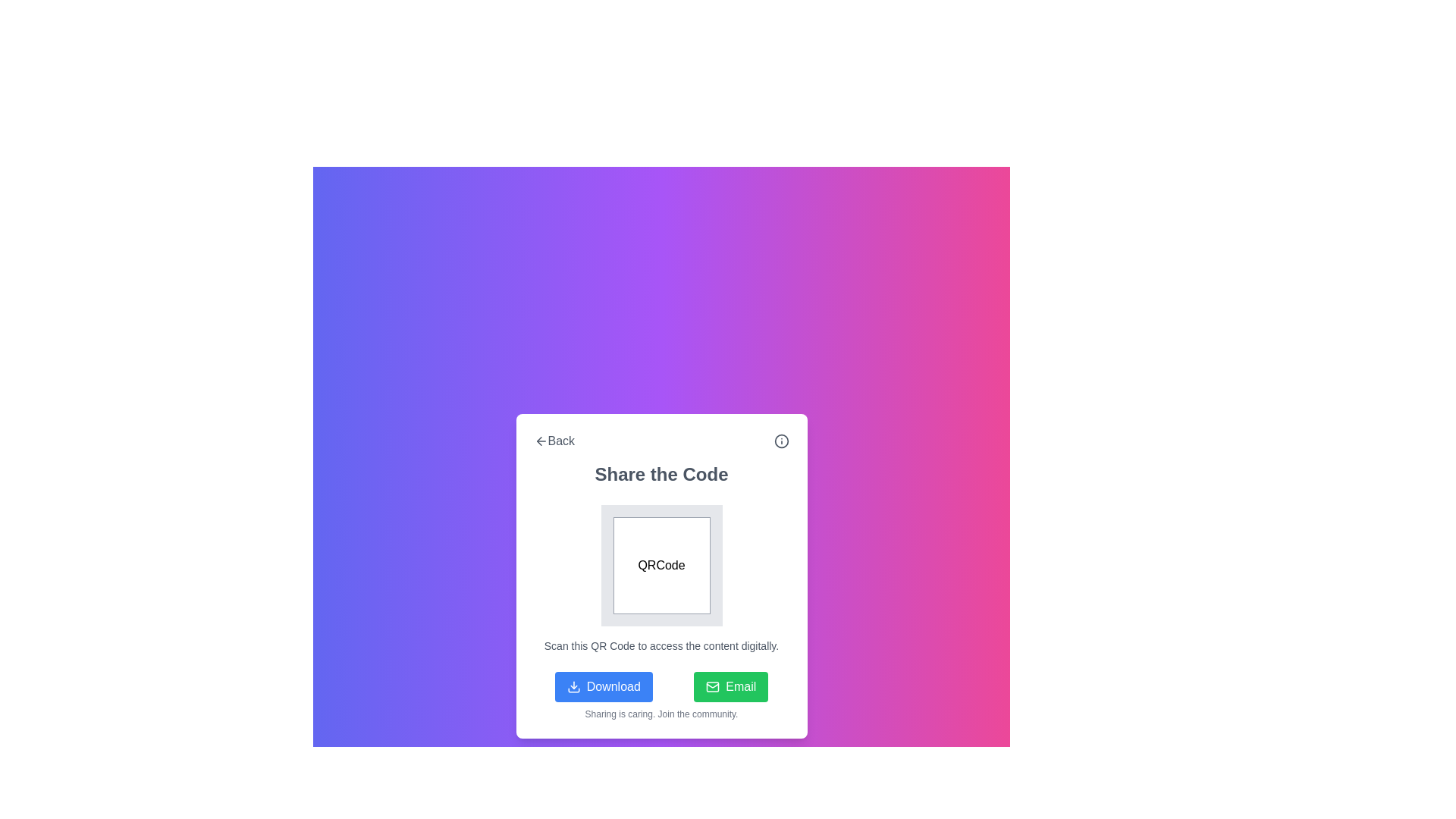  I want to click on the 'Back' navigational button located in the upper-left section of the interface, which features a left-pointing arrow and gray text that turns black on hover, so click(554, 441).